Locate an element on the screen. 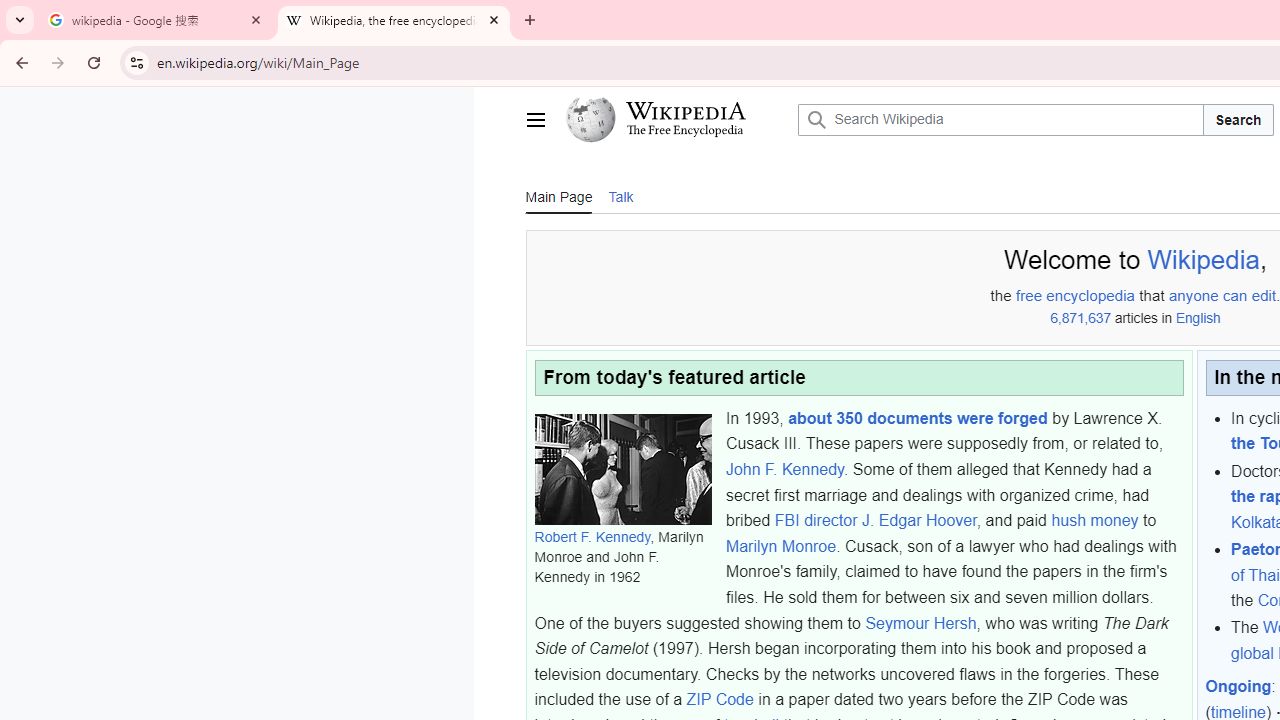 Image resolution: width=1280 pixels, height=720 pixels. 'Seymour Hersh' is located at coordinates (919, 622).